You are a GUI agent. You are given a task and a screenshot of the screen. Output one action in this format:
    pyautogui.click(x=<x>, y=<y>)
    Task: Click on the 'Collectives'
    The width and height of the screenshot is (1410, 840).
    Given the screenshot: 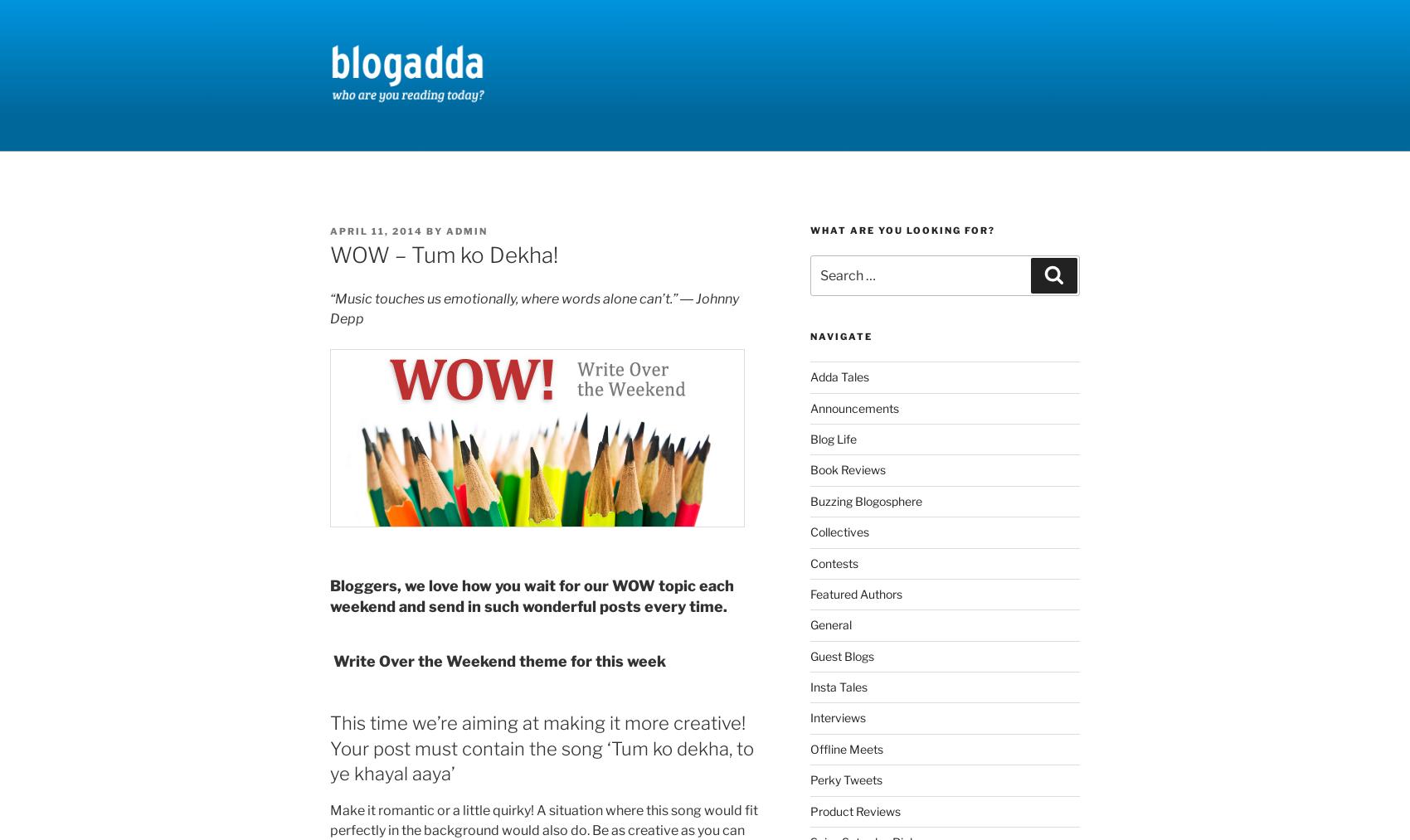 What is the action you would take?
    pyautogui.click(x=838, y=531)
    